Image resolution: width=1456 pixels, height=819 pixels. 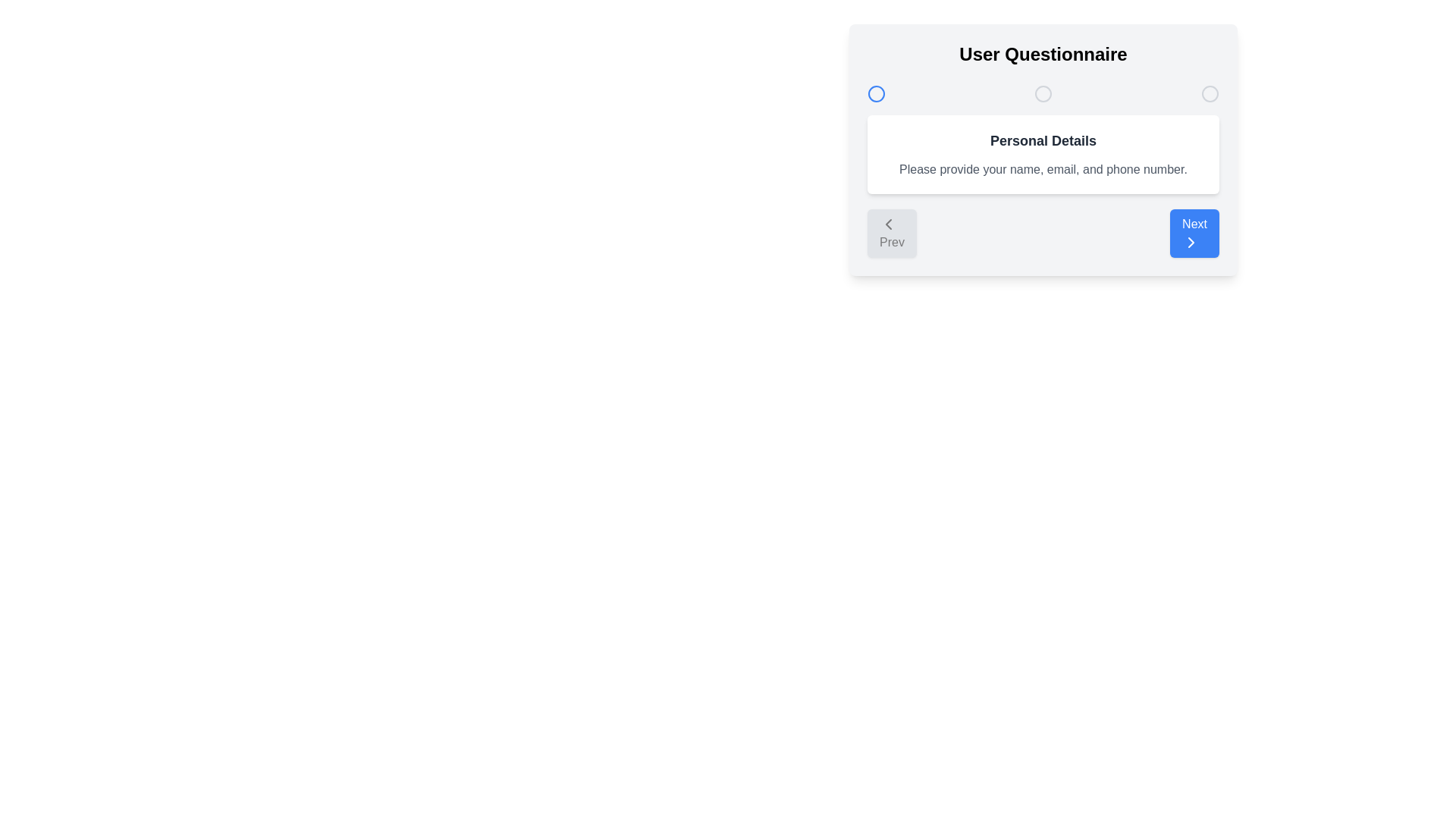 I want to click on the Prev button to navigate the questionnaire, so click(x=892, y=234).